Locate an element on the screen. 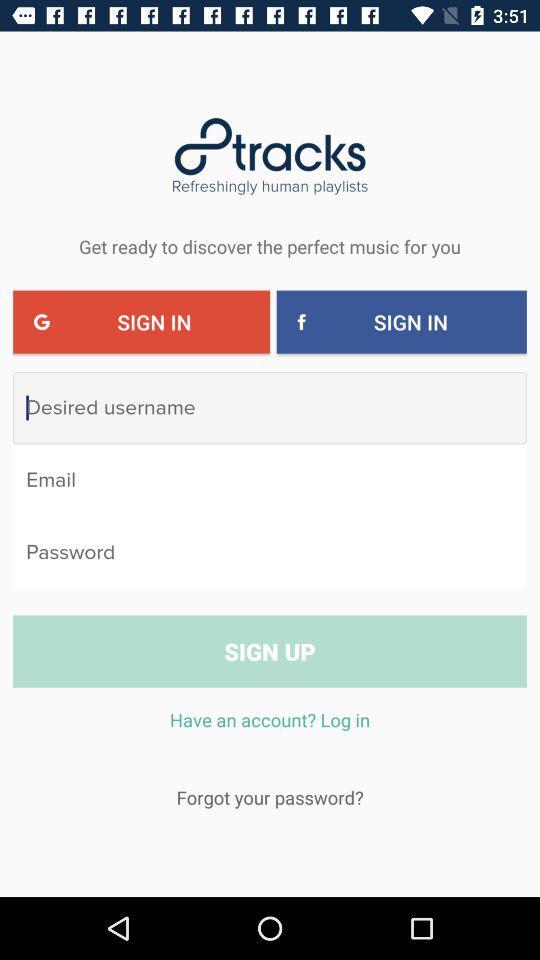  type in username is located at coordinates (270, 407).